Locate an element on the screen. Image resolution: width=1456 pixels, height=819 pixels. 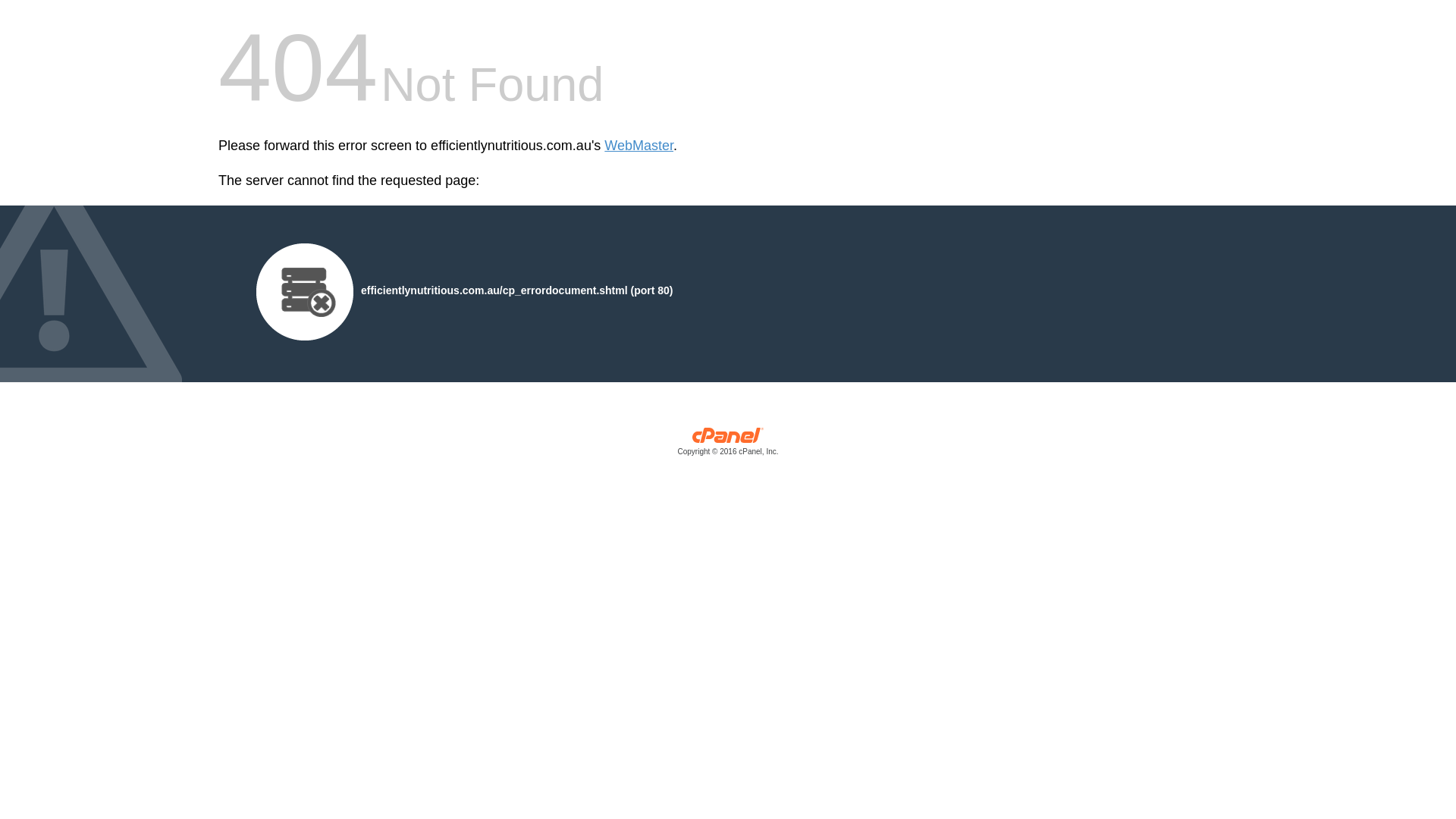
'WebMaster' is located at coordinates (639, 146).